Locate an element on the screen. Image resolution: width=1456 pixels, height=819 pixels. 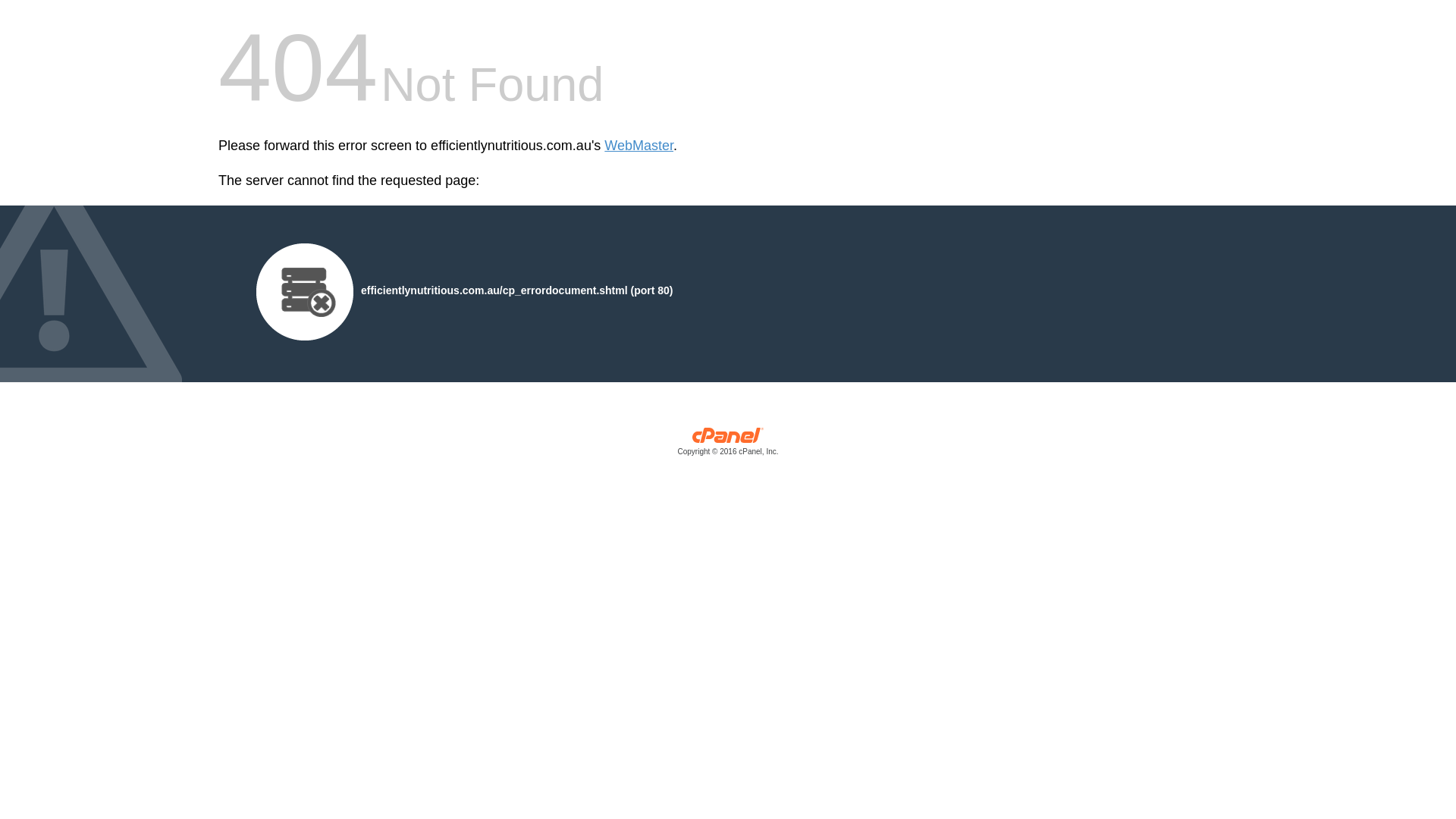
'WebMaster' is located at coordinates (639, 146).